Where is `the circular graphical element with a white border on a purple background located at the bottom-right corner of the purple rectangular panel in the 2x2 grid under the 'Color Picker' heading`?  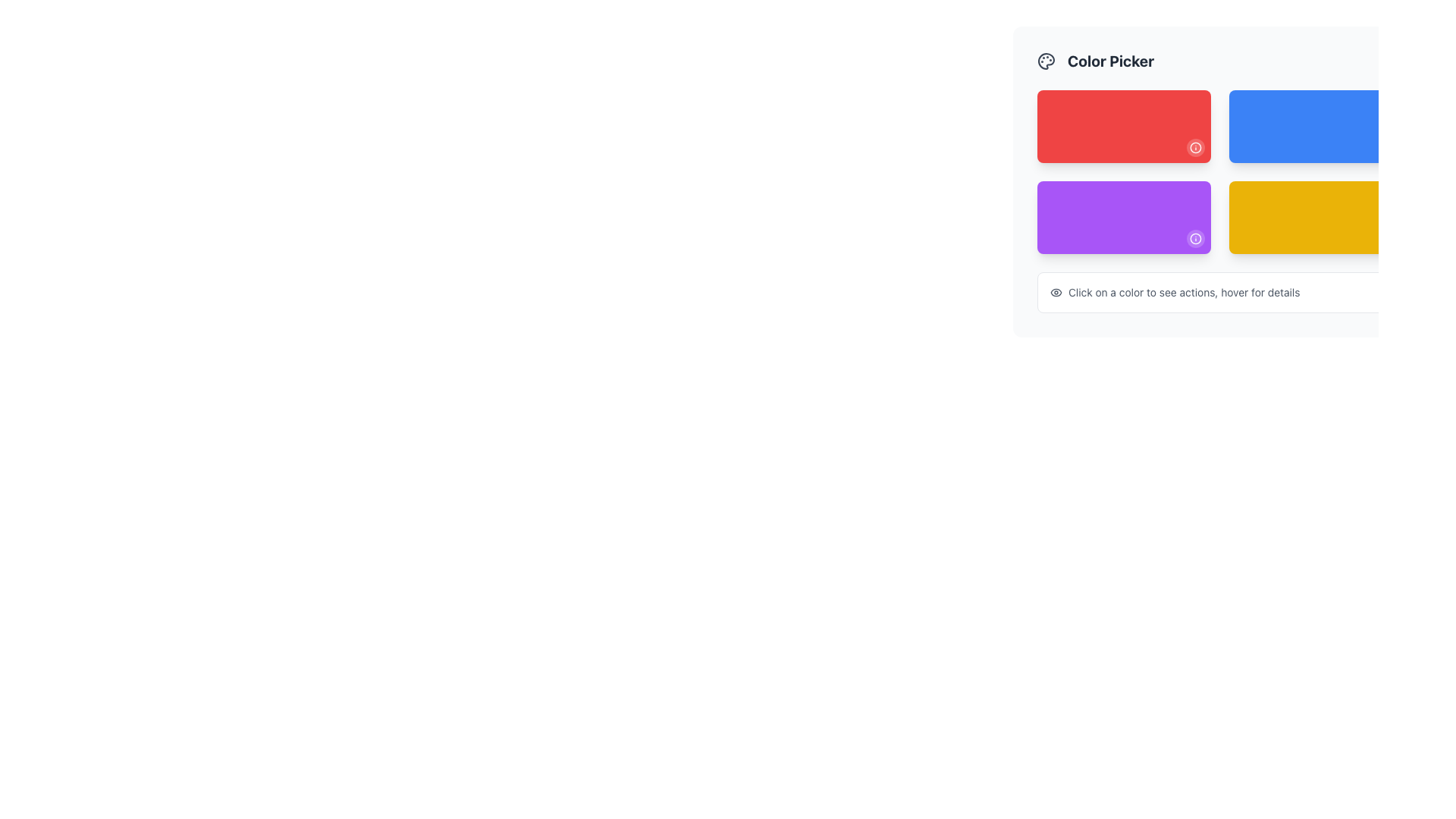
the circular graphical element with a white border on a purple background located at the bottom-right corner of the purple rectangular panel in the 2x2 grid under the 'Color Picker' heading is located at coordinates (1195, 239).